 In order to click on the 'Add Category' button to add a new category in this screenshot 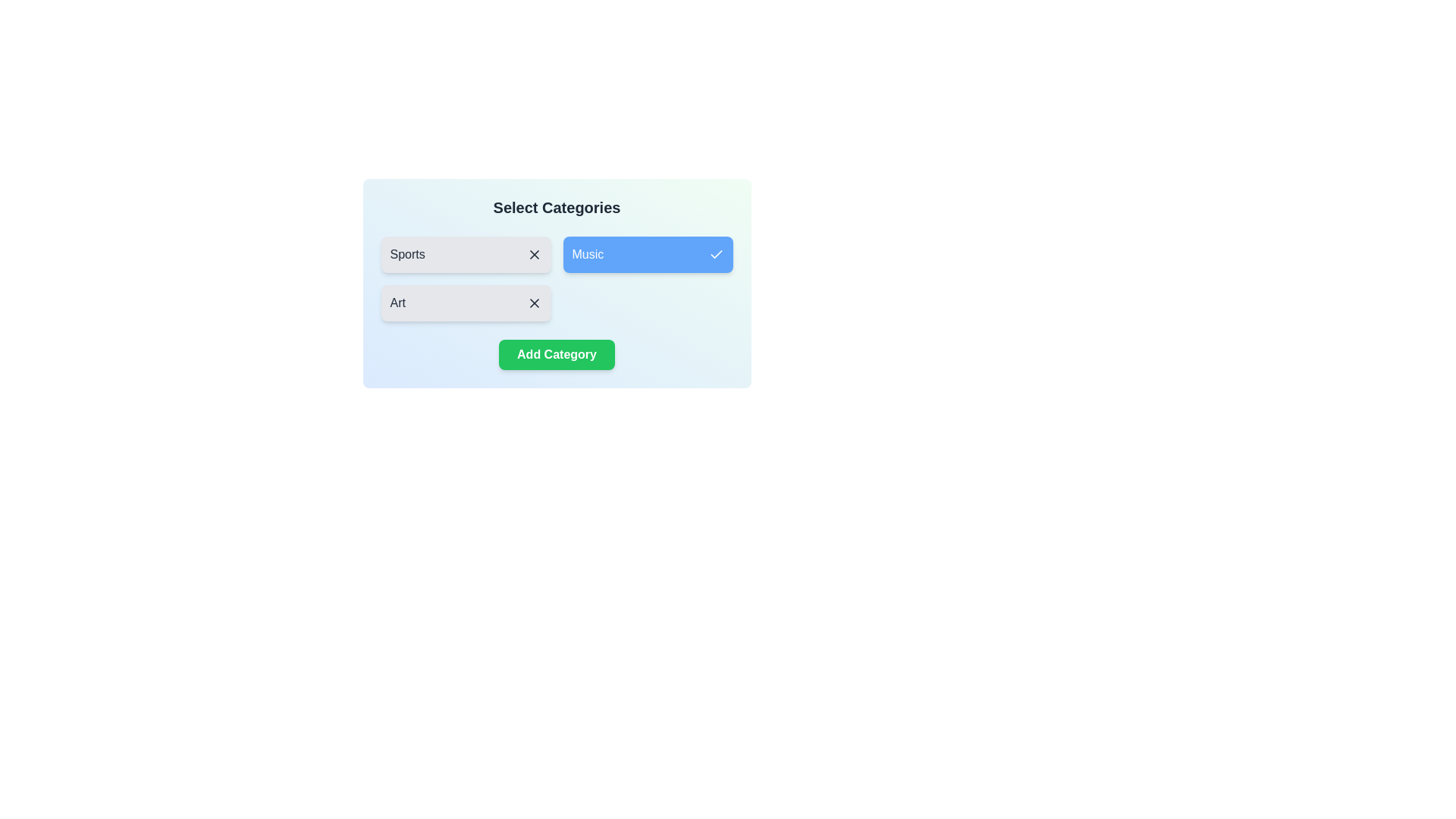, I will do `click(556, 354)`.